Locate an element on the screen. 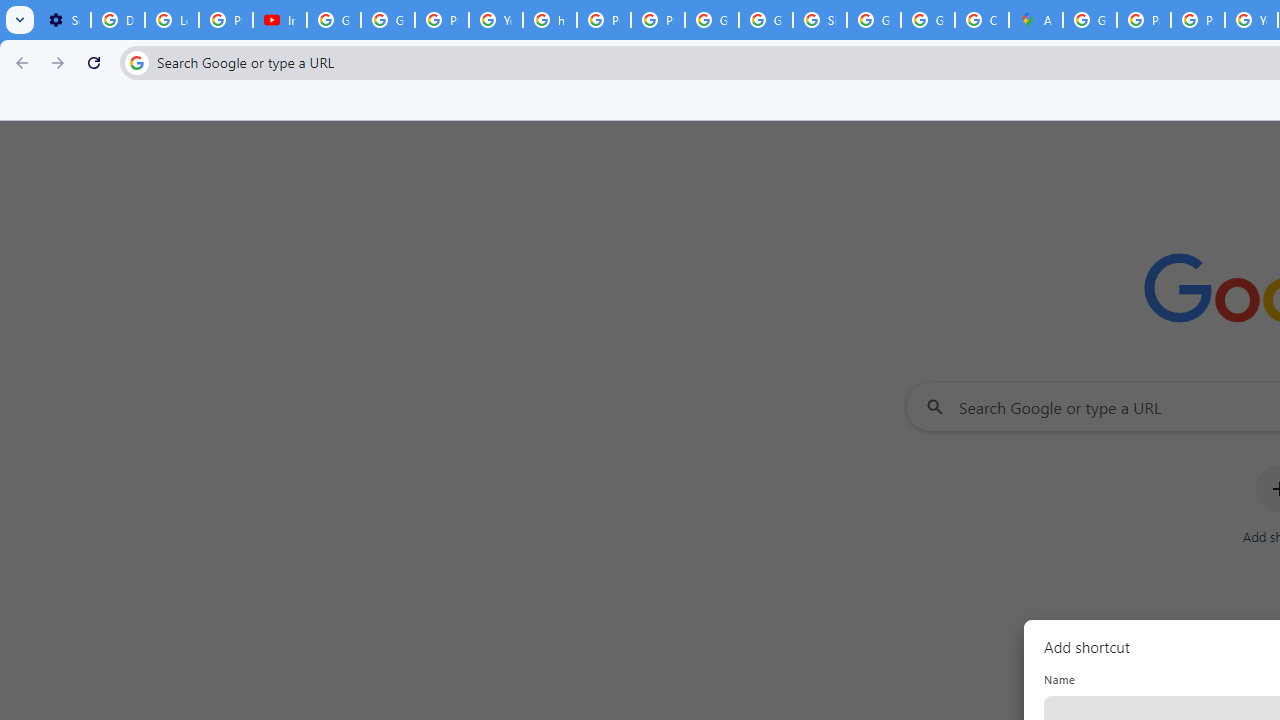 The height and width of the screenshot is (720, 1280). 'Google Account Help' is located at coordinates (387, 20).